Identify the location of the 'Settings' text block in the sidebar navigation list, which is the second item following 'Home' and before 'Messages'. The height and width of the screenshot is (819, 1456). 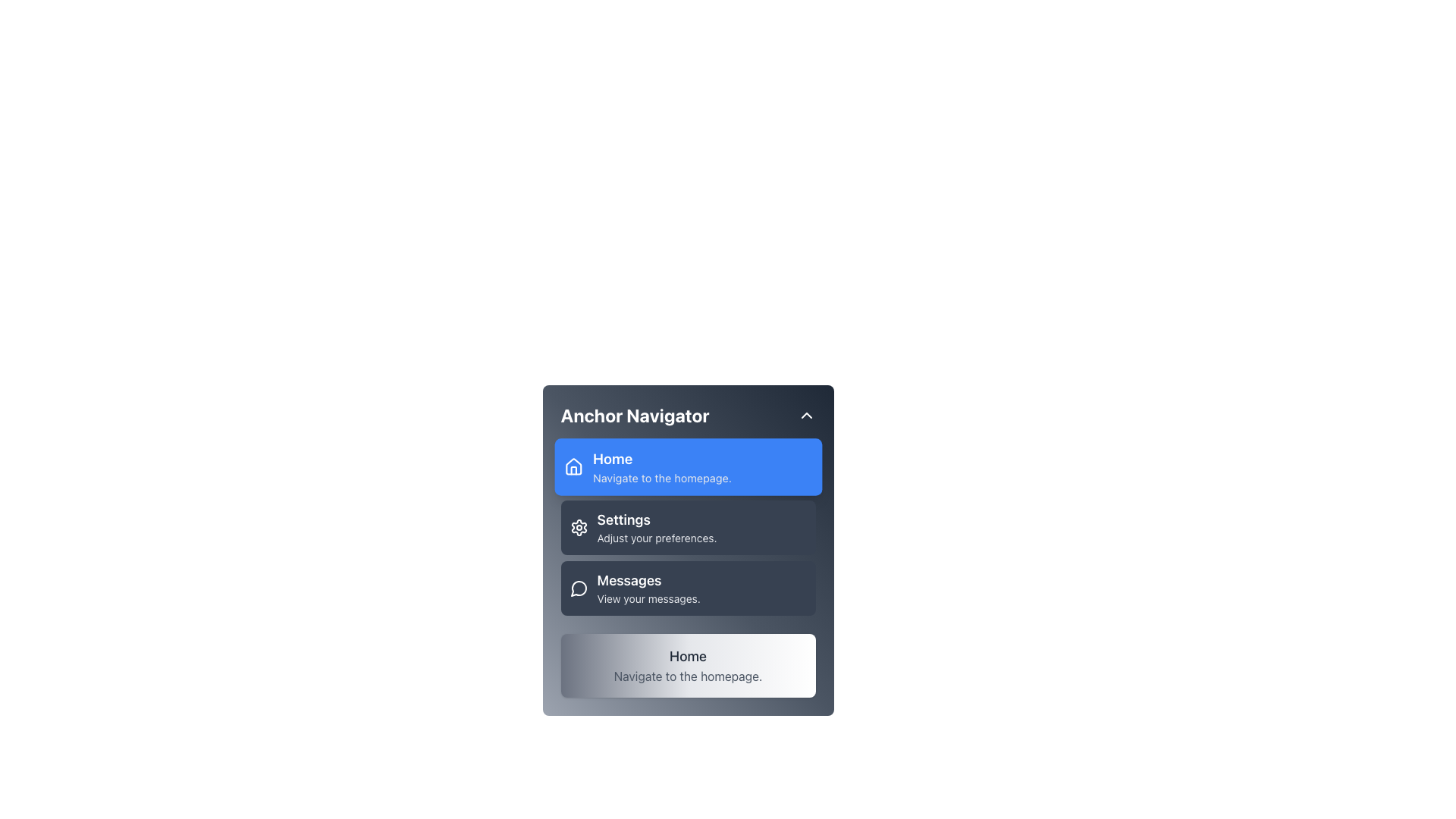
(657, 526).